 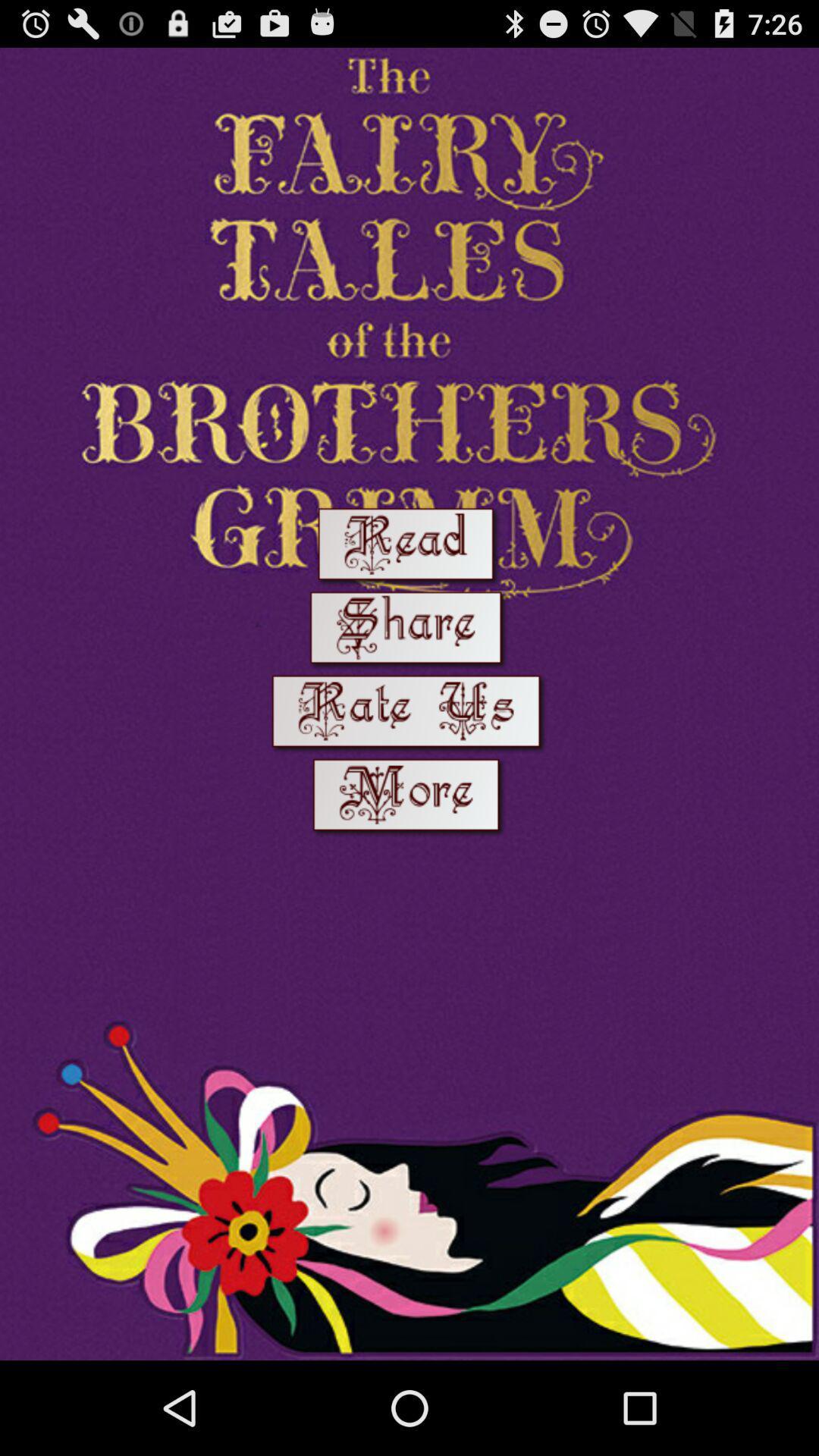 I want to click on to know more, so click(x=409, y=797).